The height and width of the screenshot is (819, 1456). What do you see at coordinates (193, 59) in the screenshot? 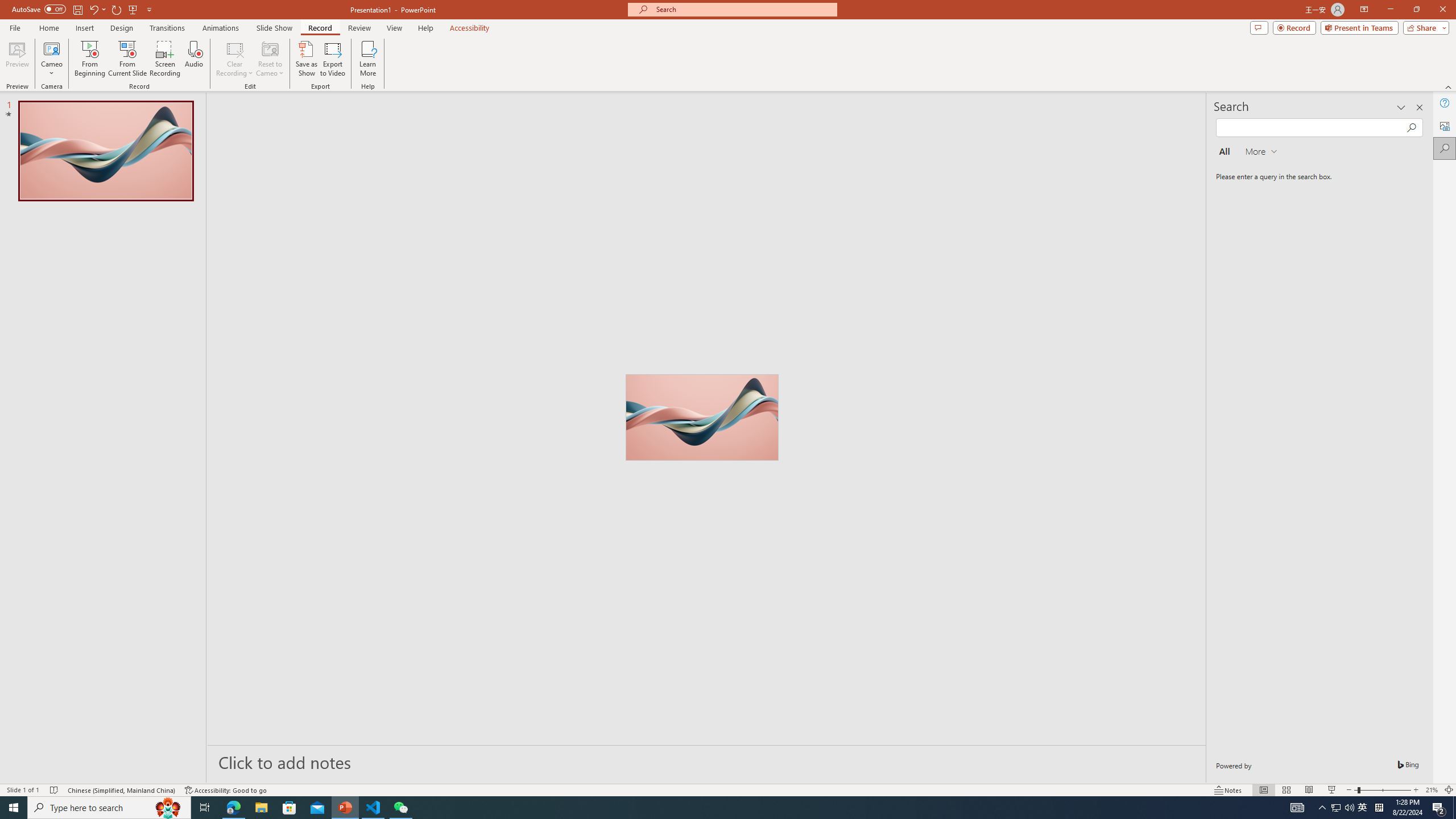
I see `'Audio'` at bounding box center [193, 59].